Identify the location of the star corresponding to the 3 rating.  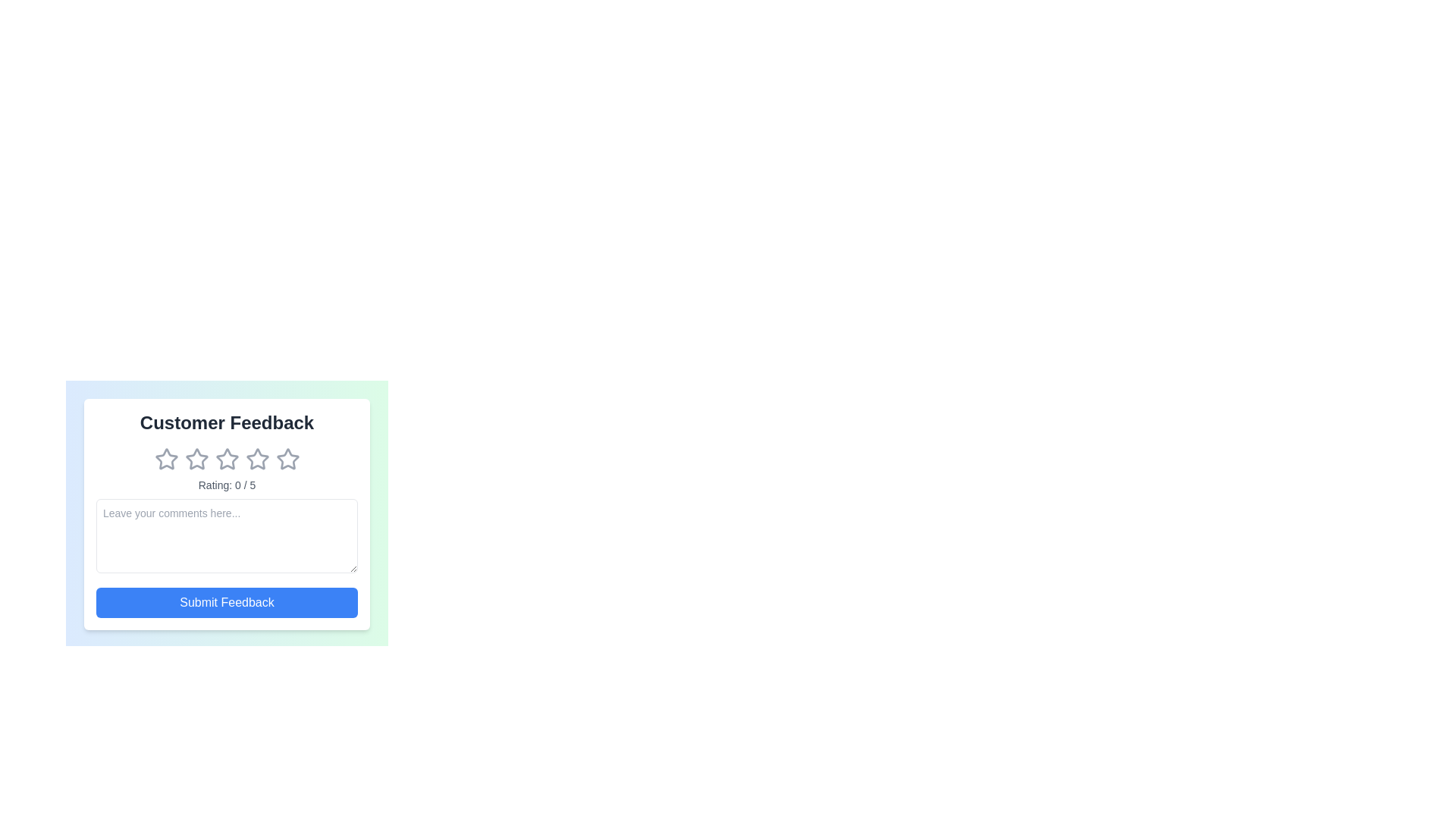
(226, 458).